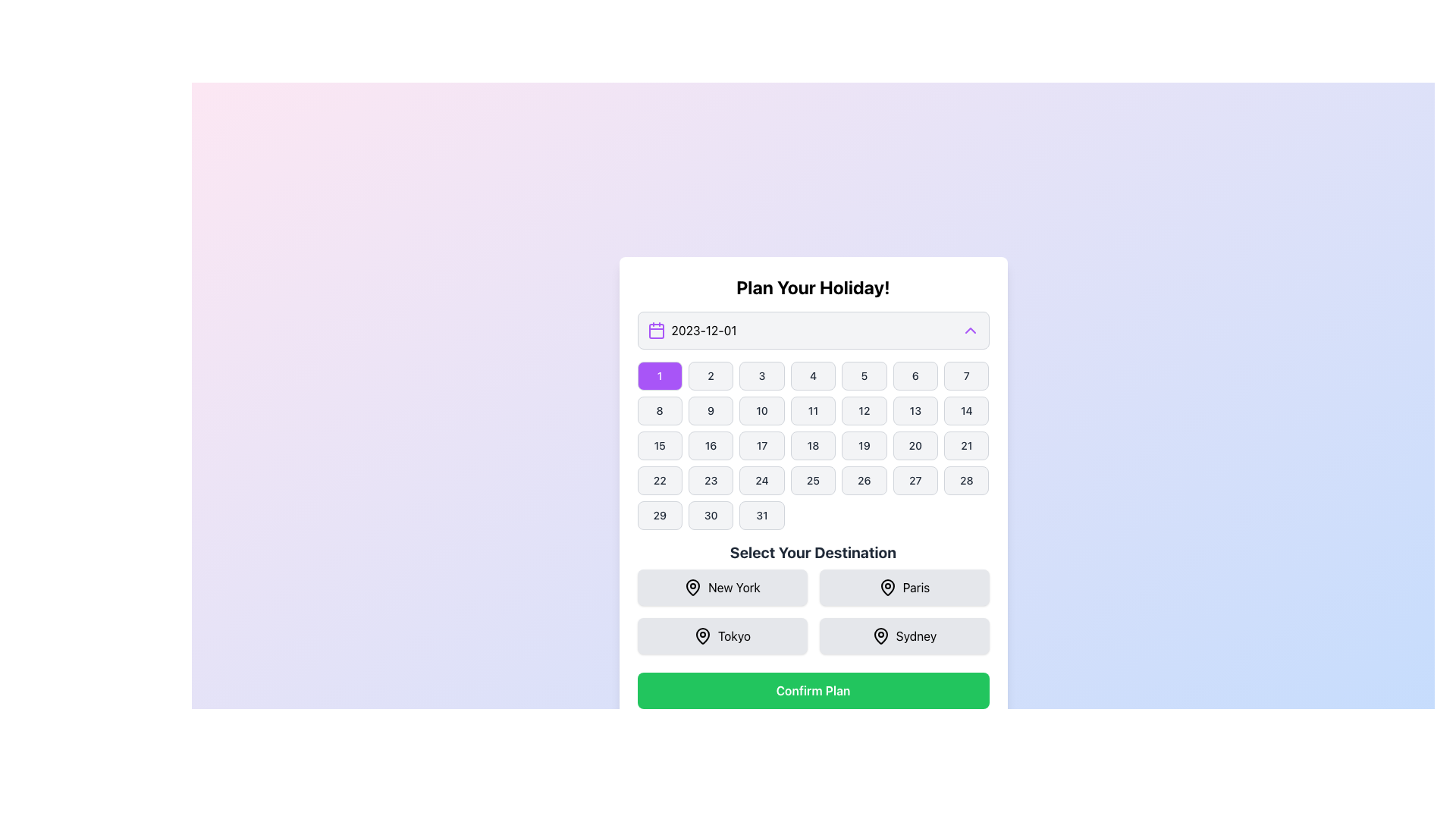 Image resolution: width=1456 pixels, height=819 pixels. I want to click on the third button in the first row of the date picker calendar, so click(762, 375).